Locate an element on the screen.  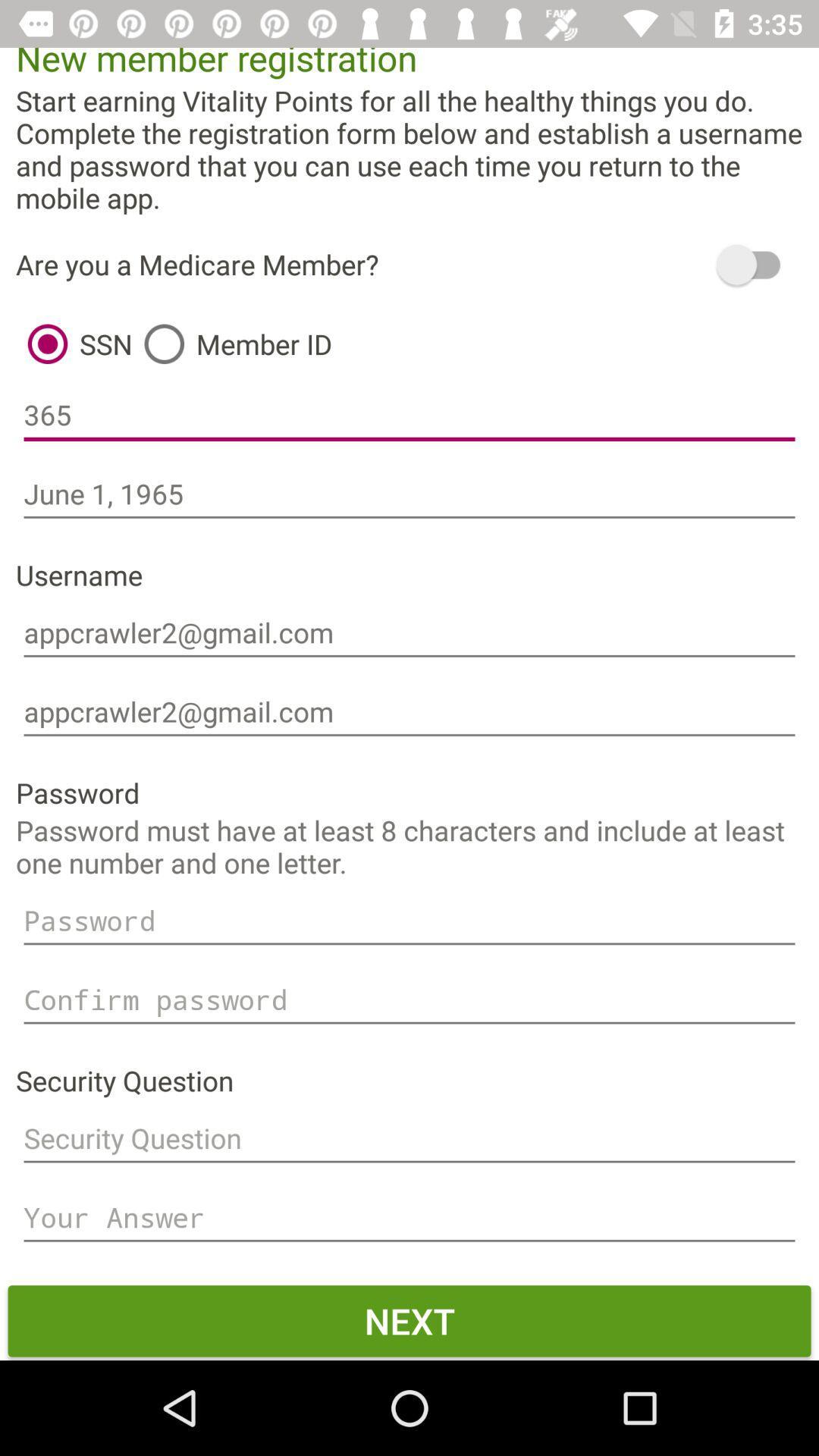
your security answer is located at coordinates (409, 1218).